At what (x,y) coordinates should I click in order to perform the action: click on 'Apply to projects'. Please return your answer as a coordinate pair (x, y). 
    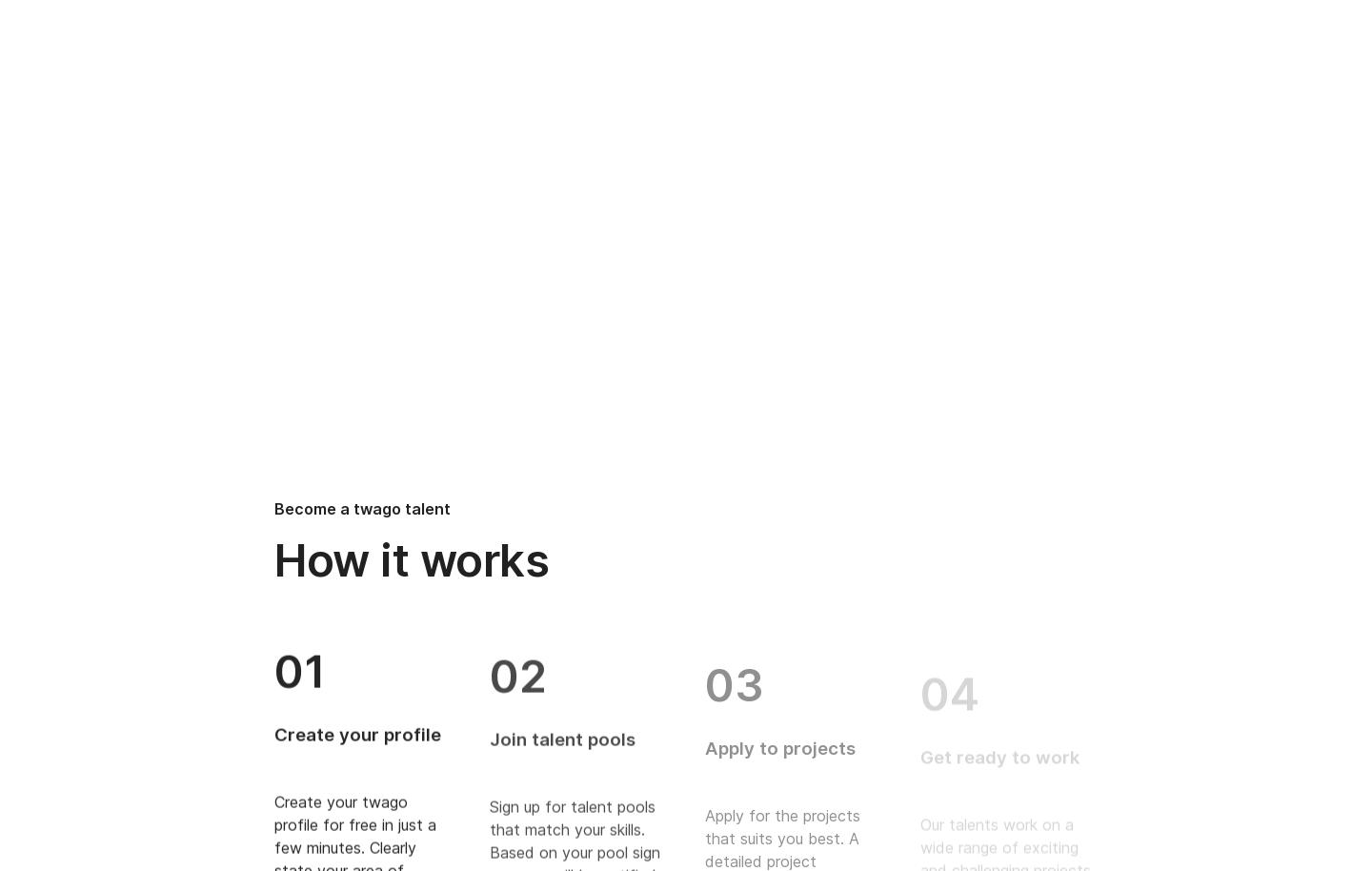
    Looking at the image, I should click on (779, 734).